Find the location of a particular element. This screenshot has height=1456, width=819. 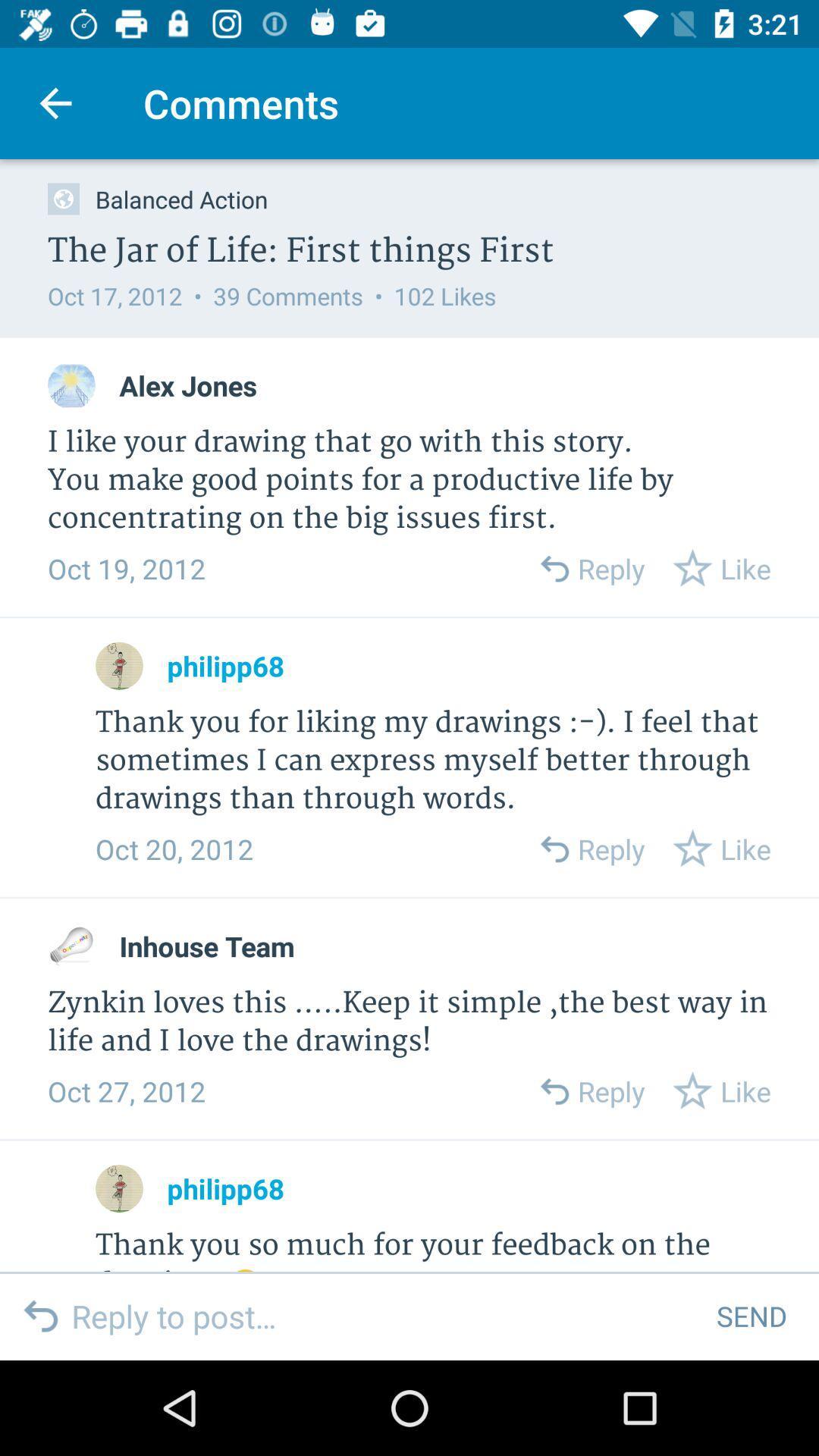

profile is located at coordinates (71, 385).